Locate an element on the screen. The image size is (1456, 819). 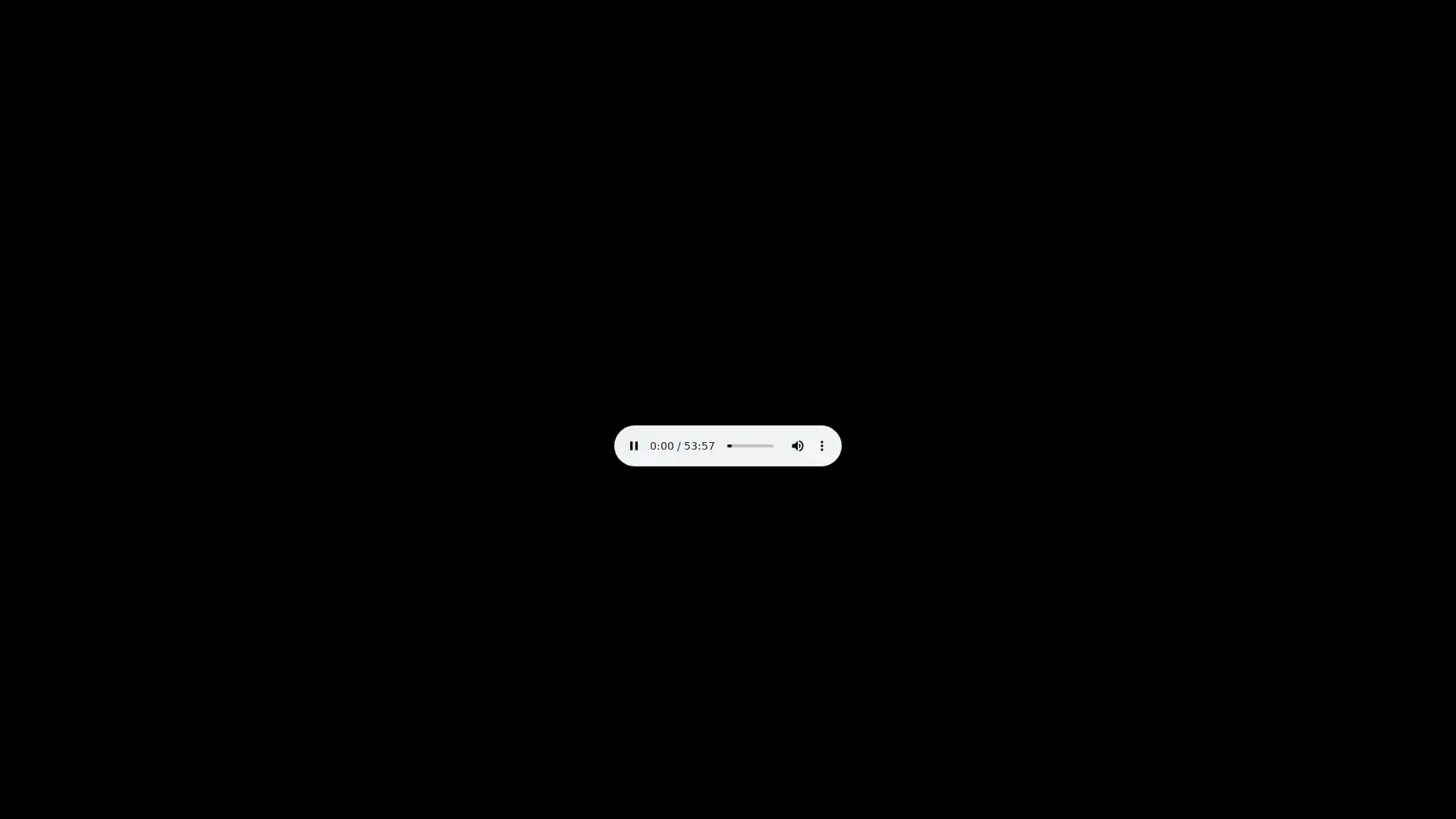
pause is located at coordinates (633, 444).